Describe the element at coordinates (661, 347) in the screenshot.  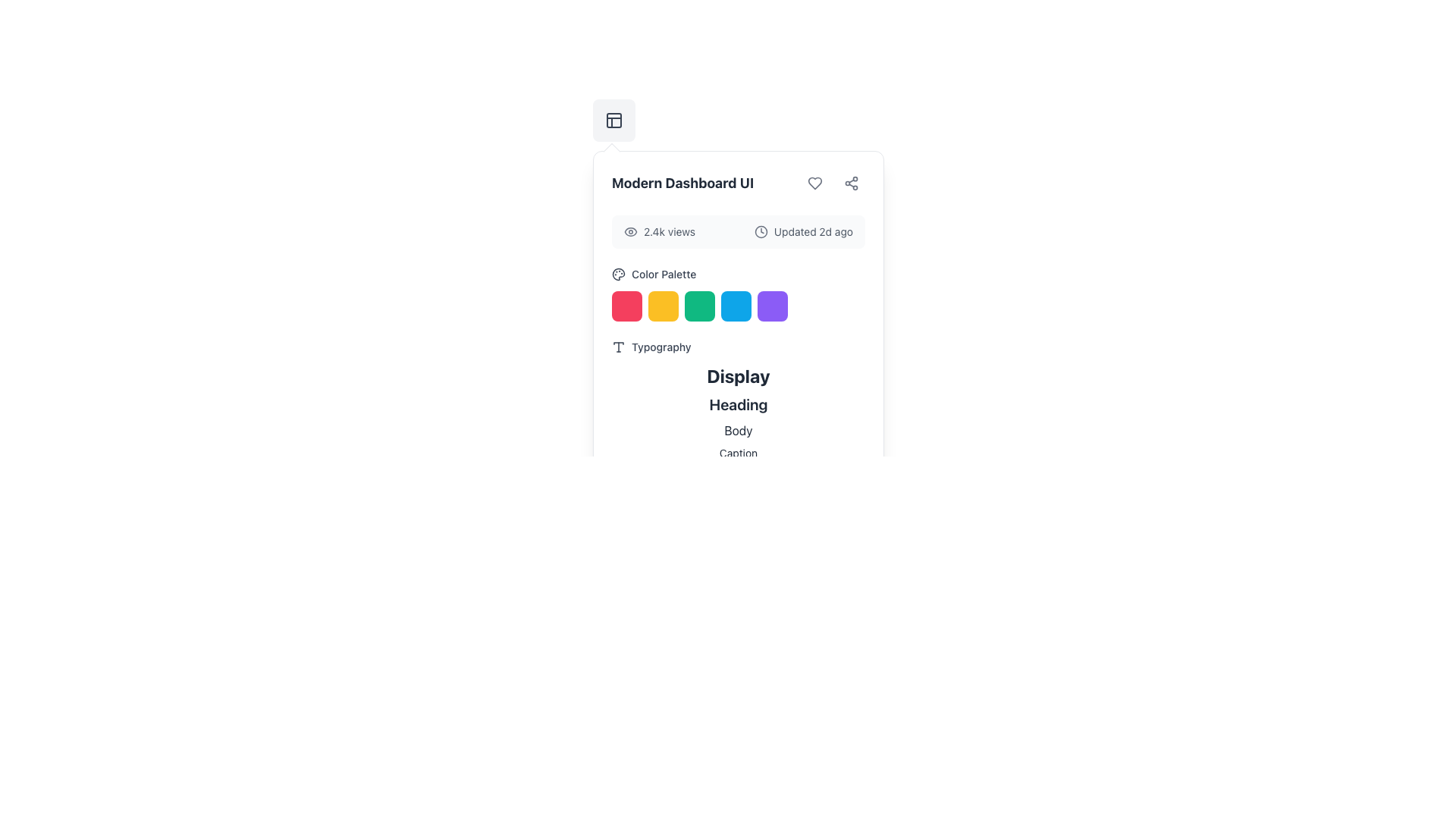
I see `the 'Typography' label, which is centrally located below the 'Color Palette' section and above the font display texts` at that location.